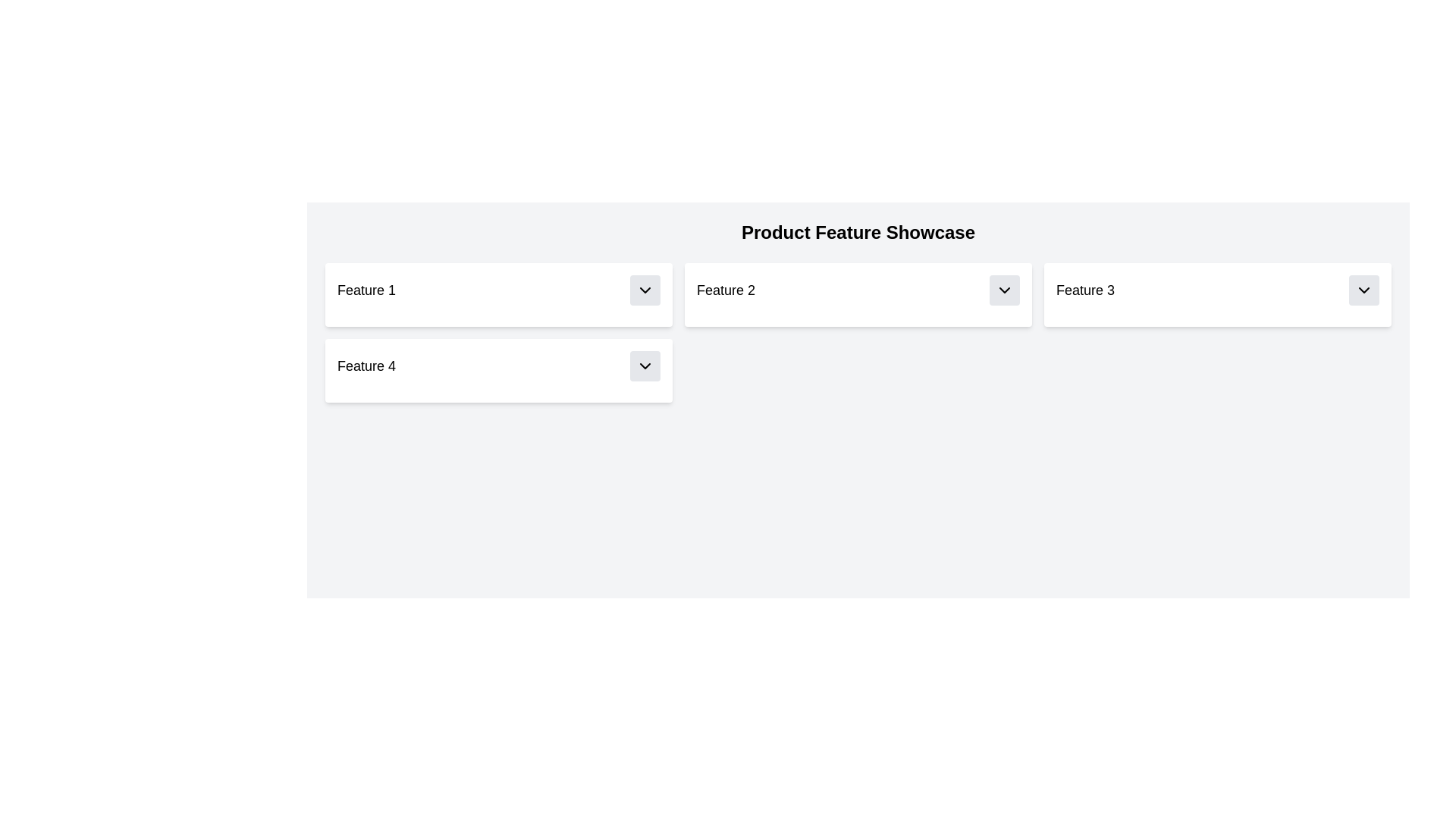  Describe the element at coordinates (645, 290) in the screenshot. I see `the icon located adjacent to the text labeled 'Feature 1'` at that location.